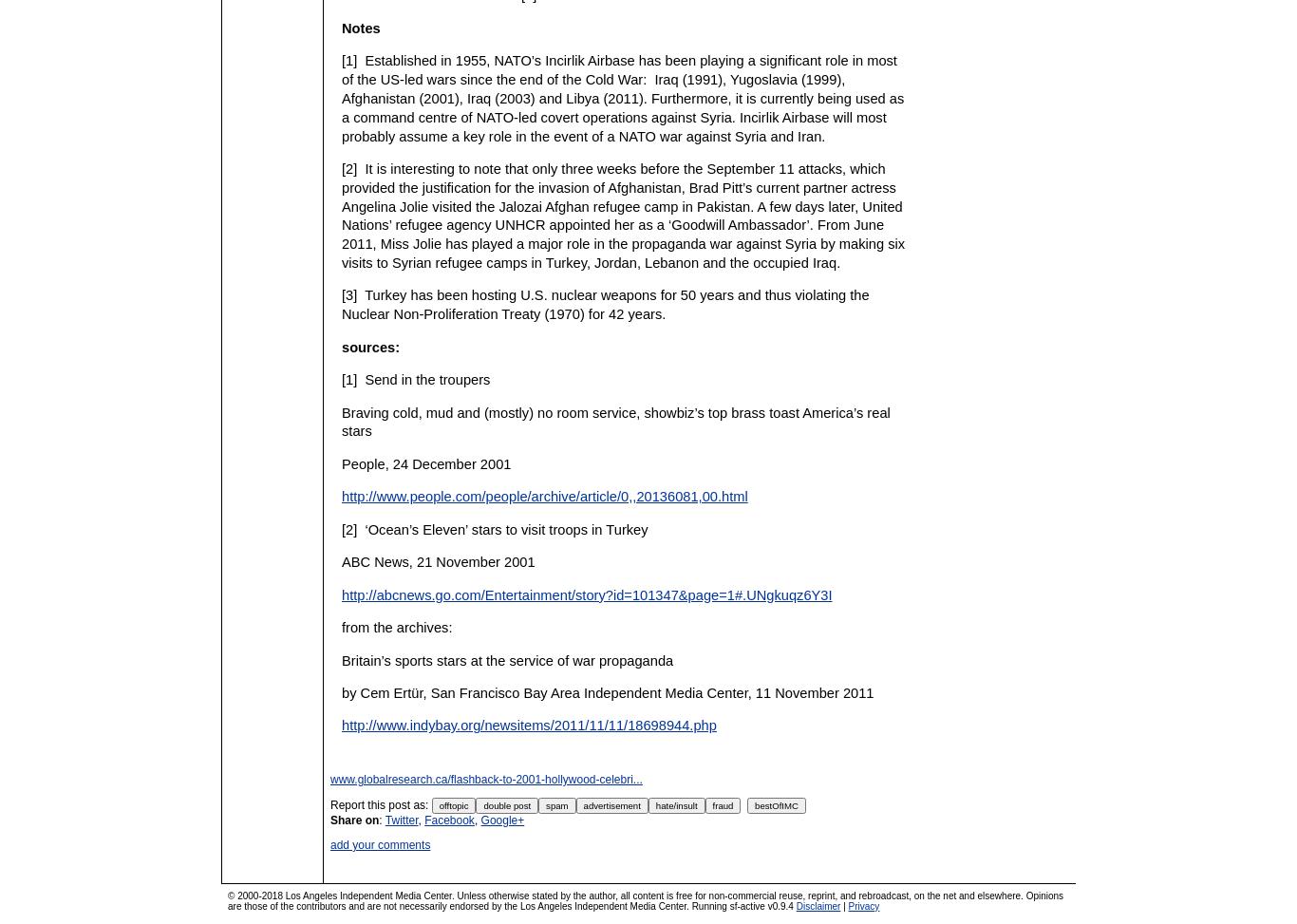 This screenshot has height=924, width=1297. What do you see at coordinates (425, 462) in the screenshot?
I see `'People, 24 December 2001'` at bounding box center [425, 462].